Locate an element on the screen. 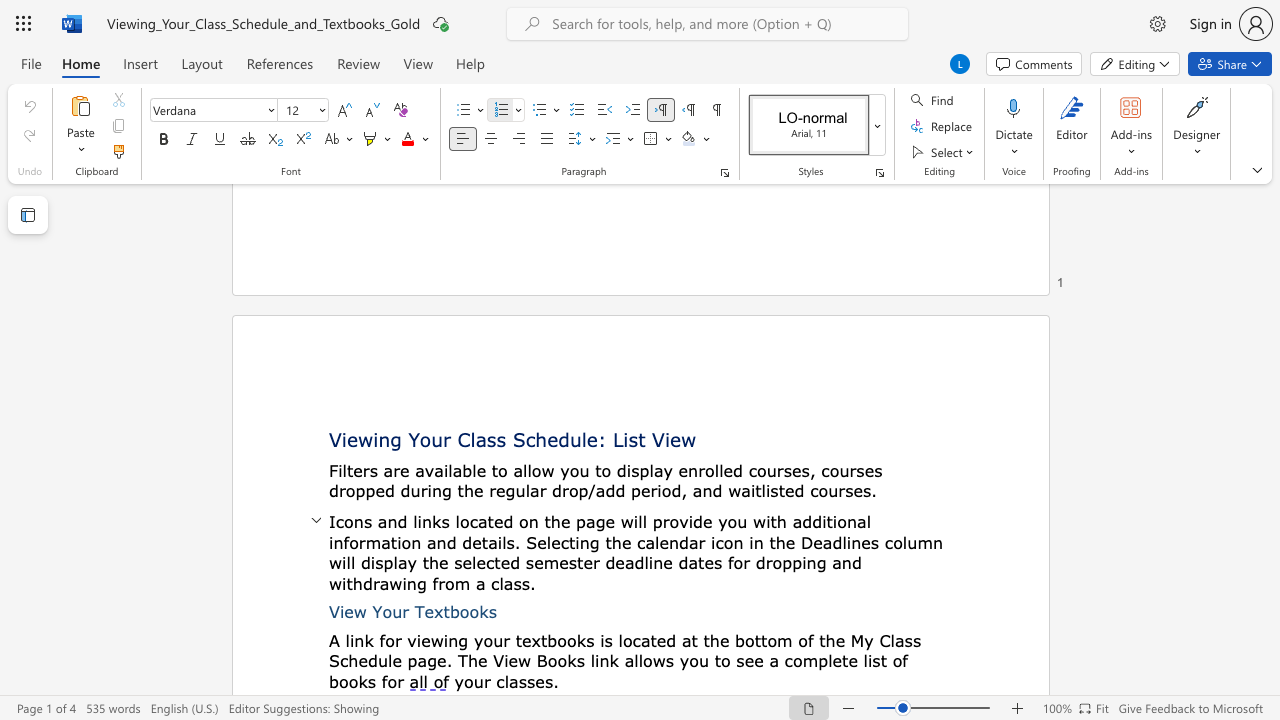 The image size is (1280, 720). the 1th character "k" in the text is located at coordinates (435, 521).